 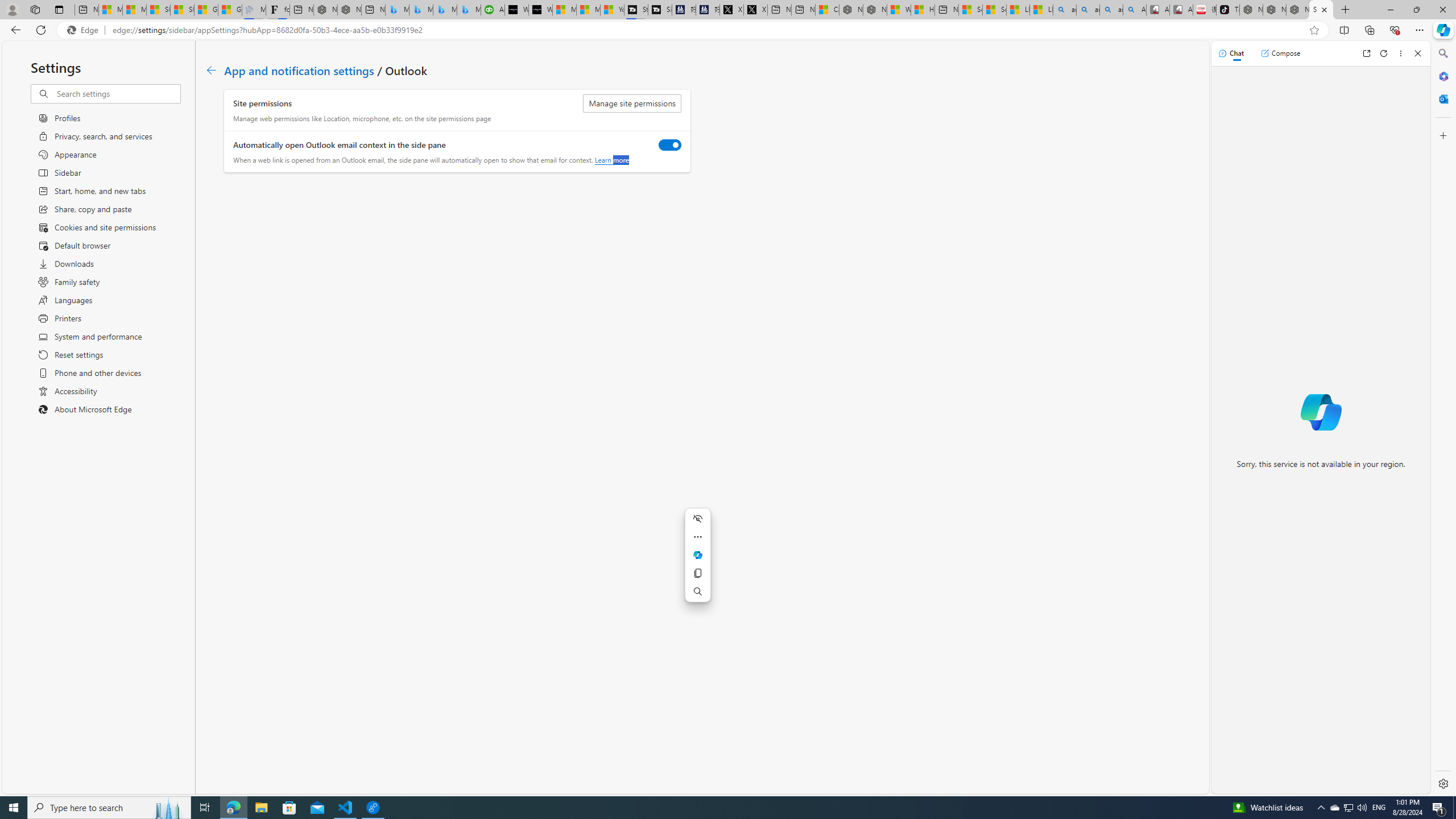 I want to click on 'Ask Copilot', so click(x=698, y=555).